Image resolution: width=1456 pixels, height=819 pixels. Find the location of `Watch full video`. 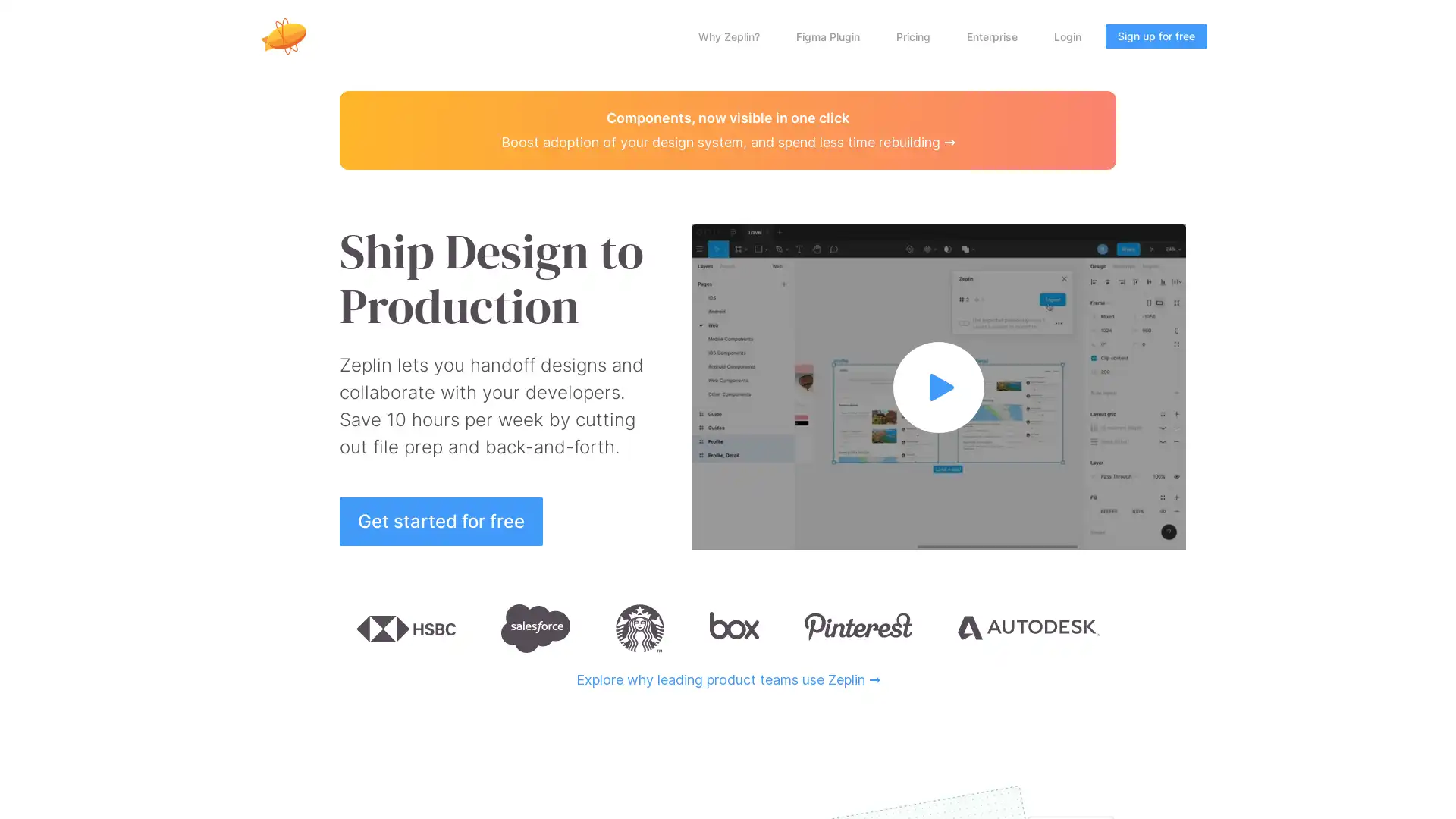

Watch full video is located at coordinates (938, 386).